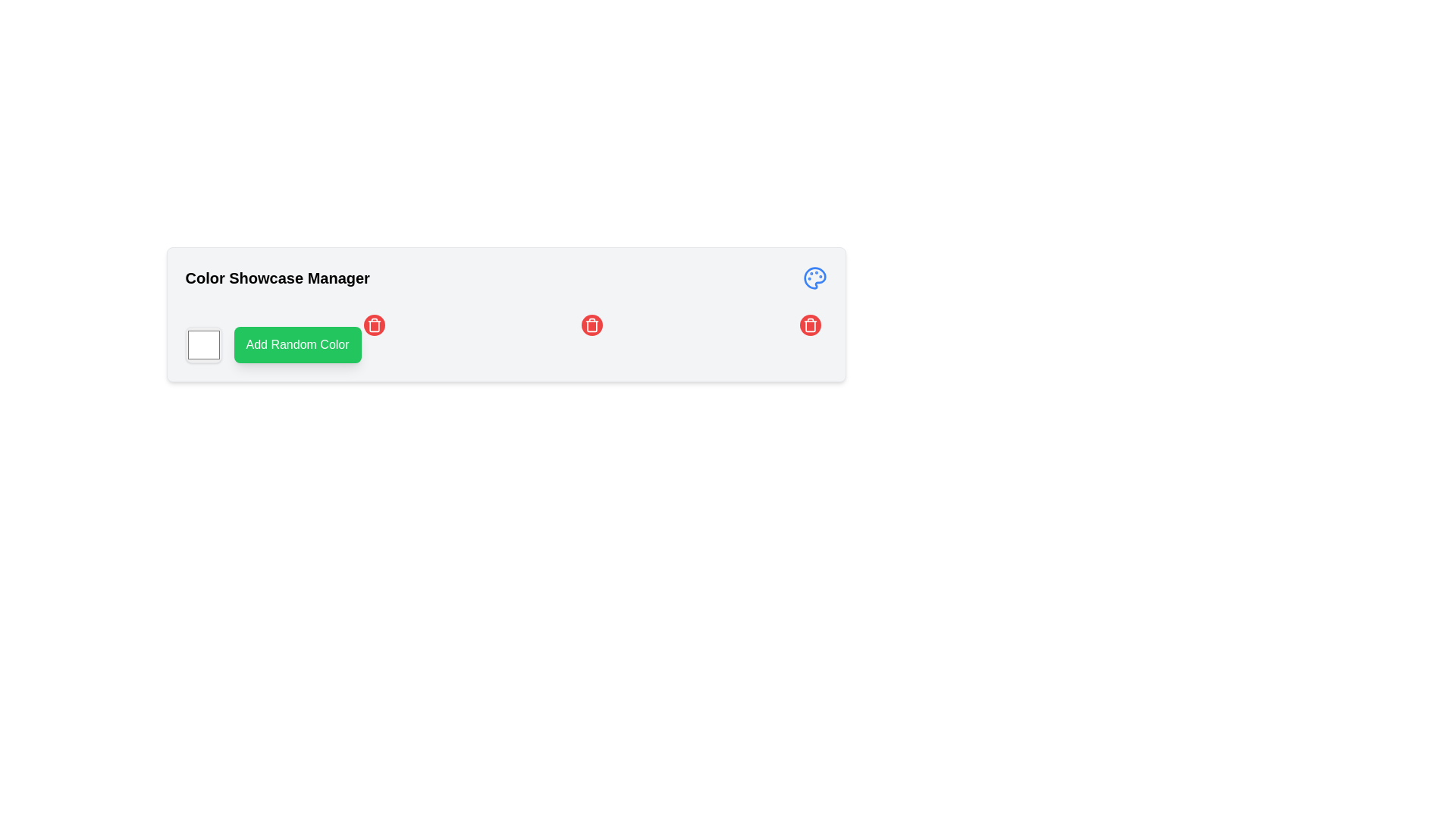 This screenshot has width=1456, height=819. What do you see at coordinates (297, 345) in the screenshot?
I see `the green button labeled 'Add Random Color' to observe any hover effects` at bounding box center [297, 345].